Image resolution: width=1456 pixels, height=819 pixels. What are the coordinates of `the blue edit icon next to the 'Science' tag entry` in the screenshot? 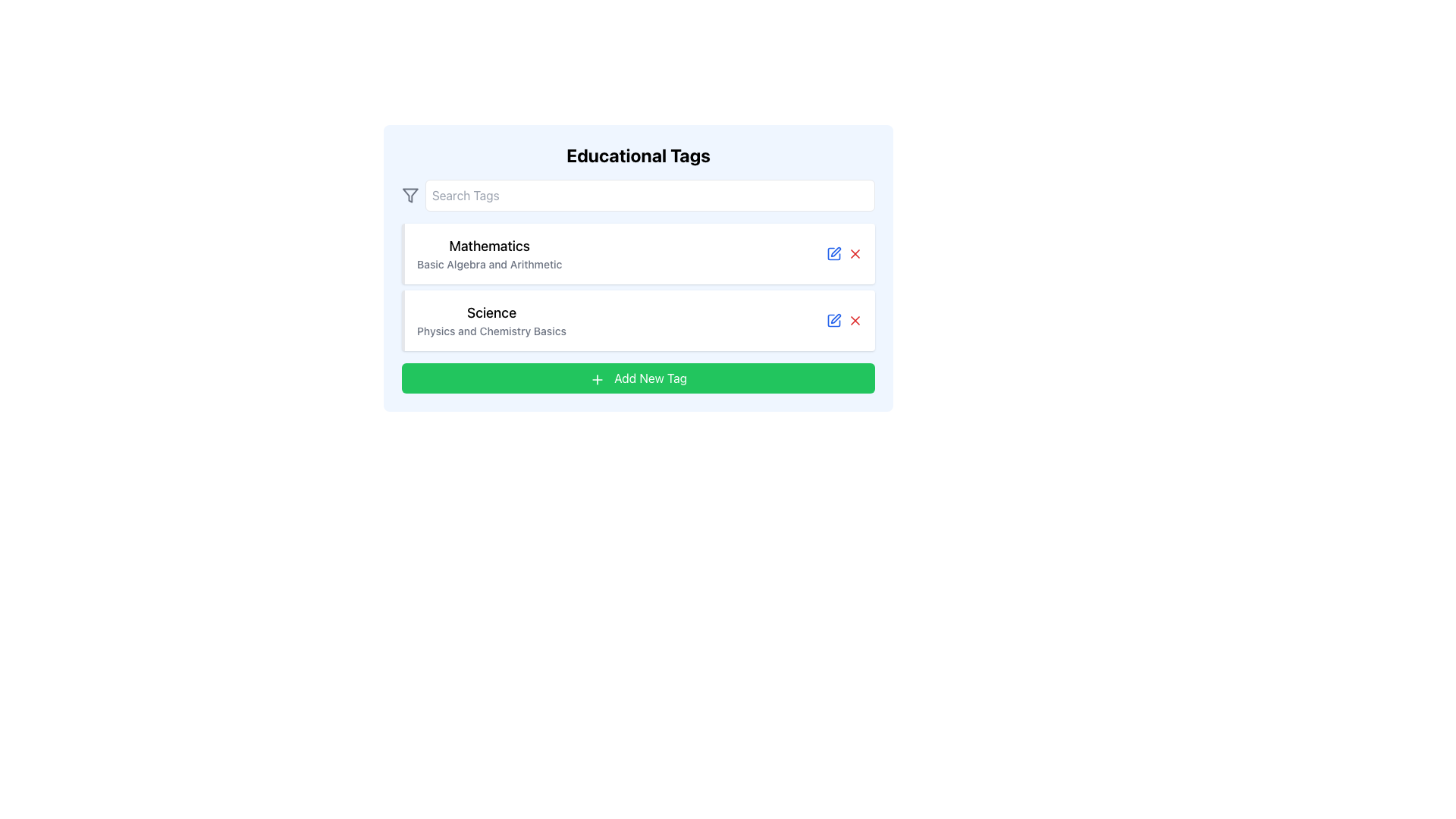 It's located at (833, 320).